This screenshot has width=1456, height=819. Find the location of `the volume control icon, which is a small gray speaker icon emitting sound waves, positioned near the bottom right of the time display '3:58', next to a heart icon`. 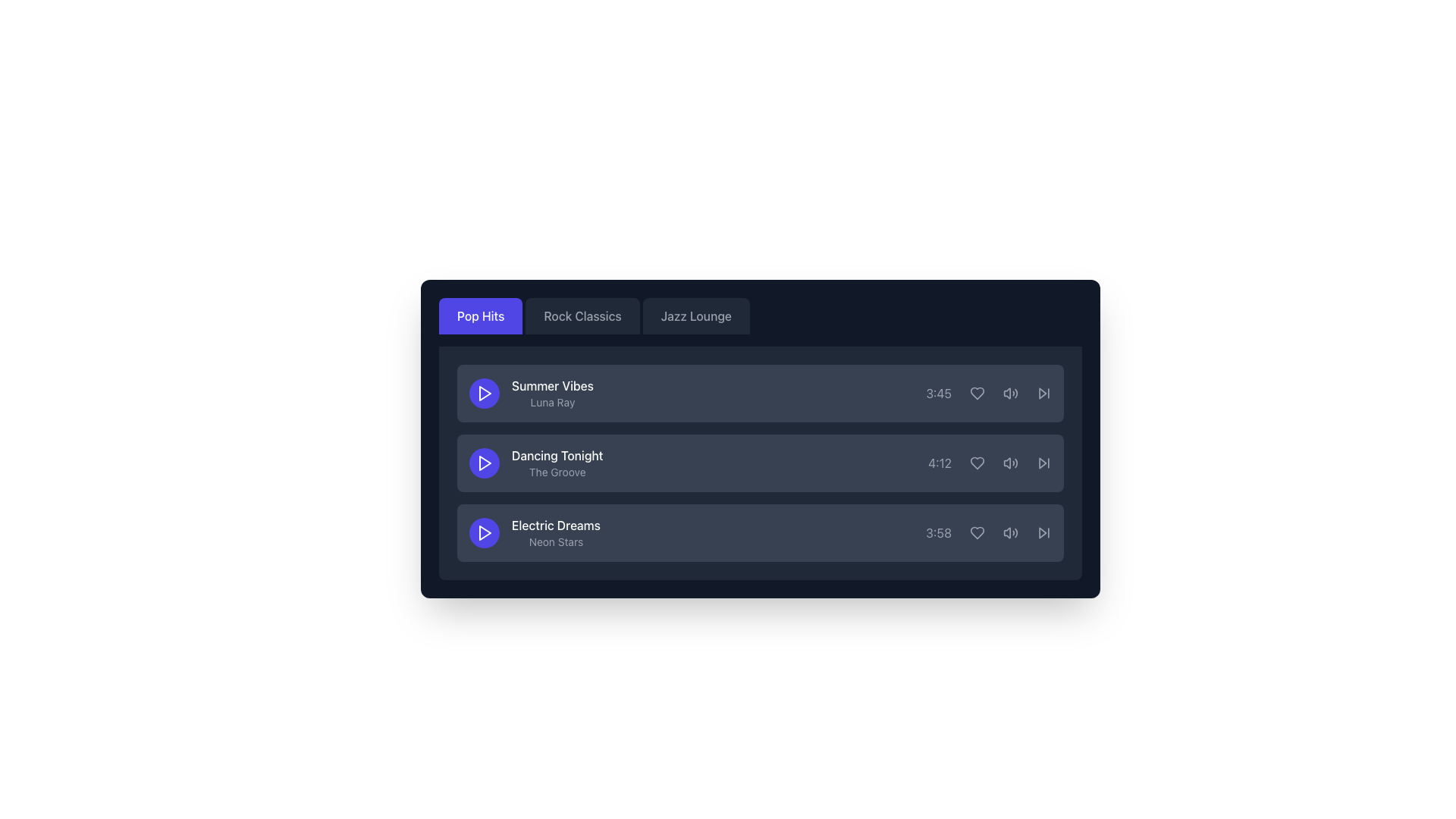

the volume control icon, which is a small gray speaker icon emitting sound waves, positioned near the bottom right of the time display '3:58', next to a heart icon is located at coordinates (1011, 532).